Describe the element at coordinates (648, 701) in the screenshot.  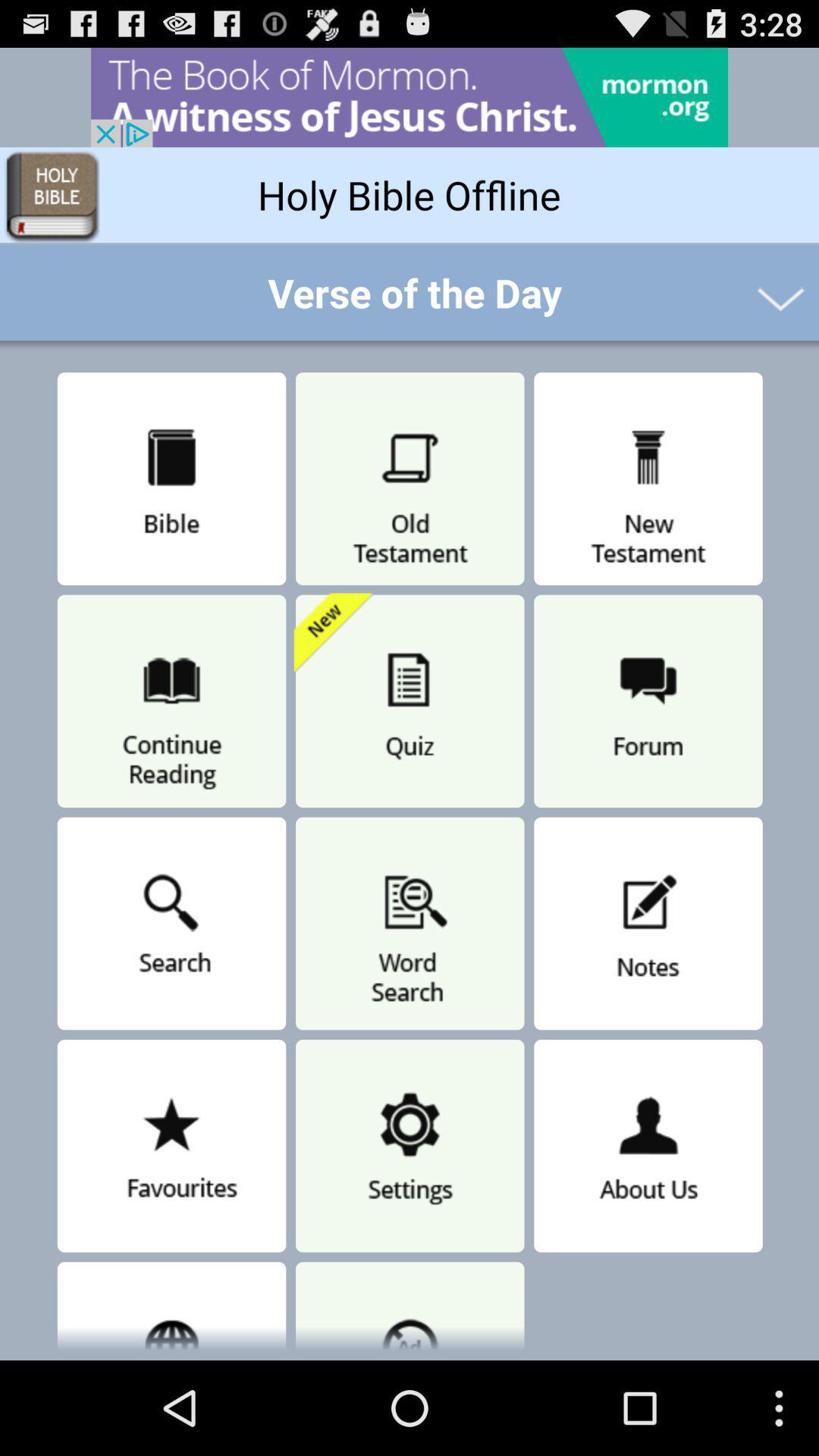
I see `the icon forum` at that location.